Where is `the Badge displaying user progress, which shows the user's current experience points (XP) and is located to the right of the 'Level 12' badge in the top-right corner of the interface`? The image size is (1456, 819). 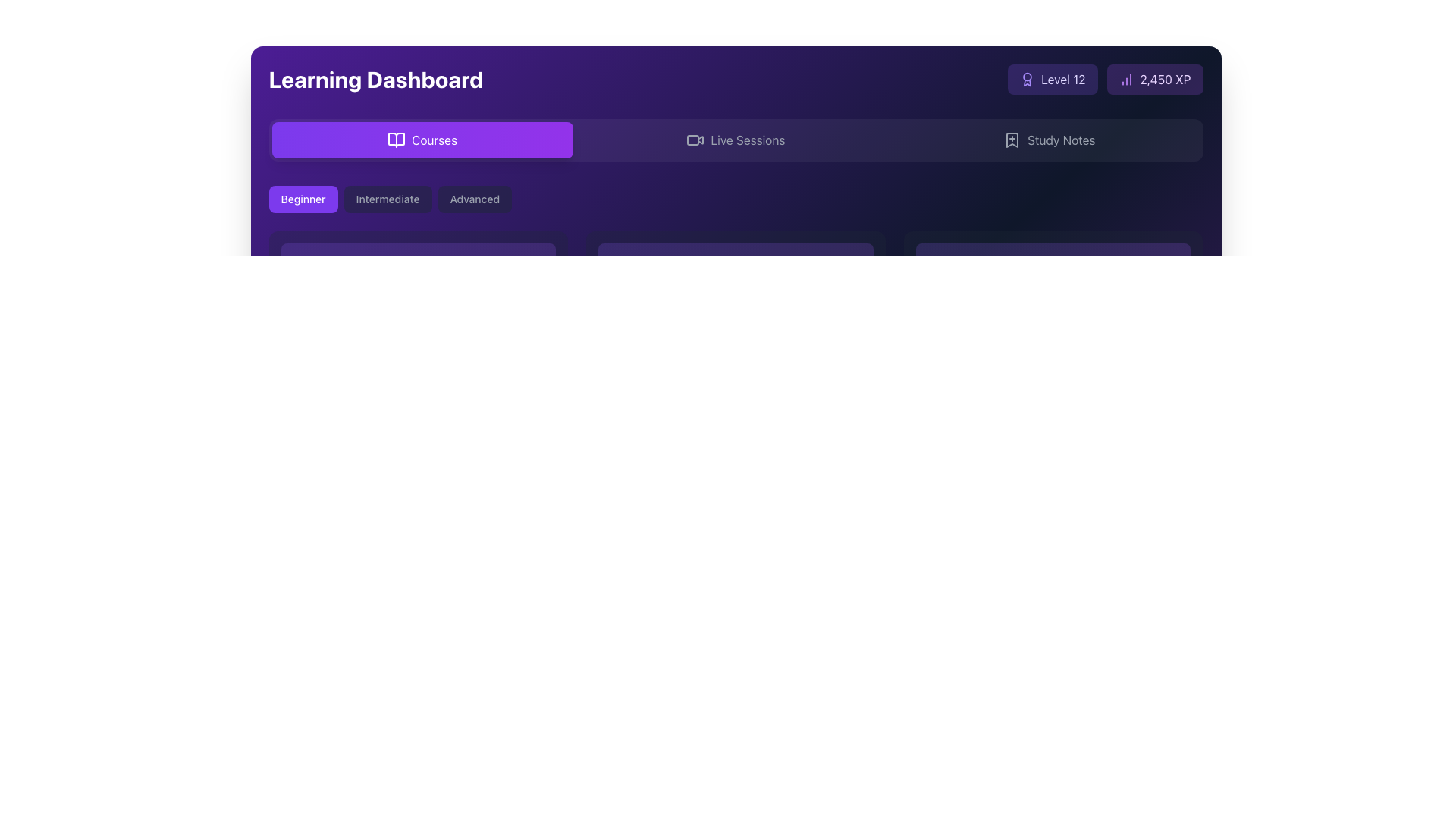 the Badge displaying user progress, which shows the user's current experience points (XP) and is located to the right of the 'Level 12' badge in the top-right corner of the interface is located at coordinates (1153, 79).